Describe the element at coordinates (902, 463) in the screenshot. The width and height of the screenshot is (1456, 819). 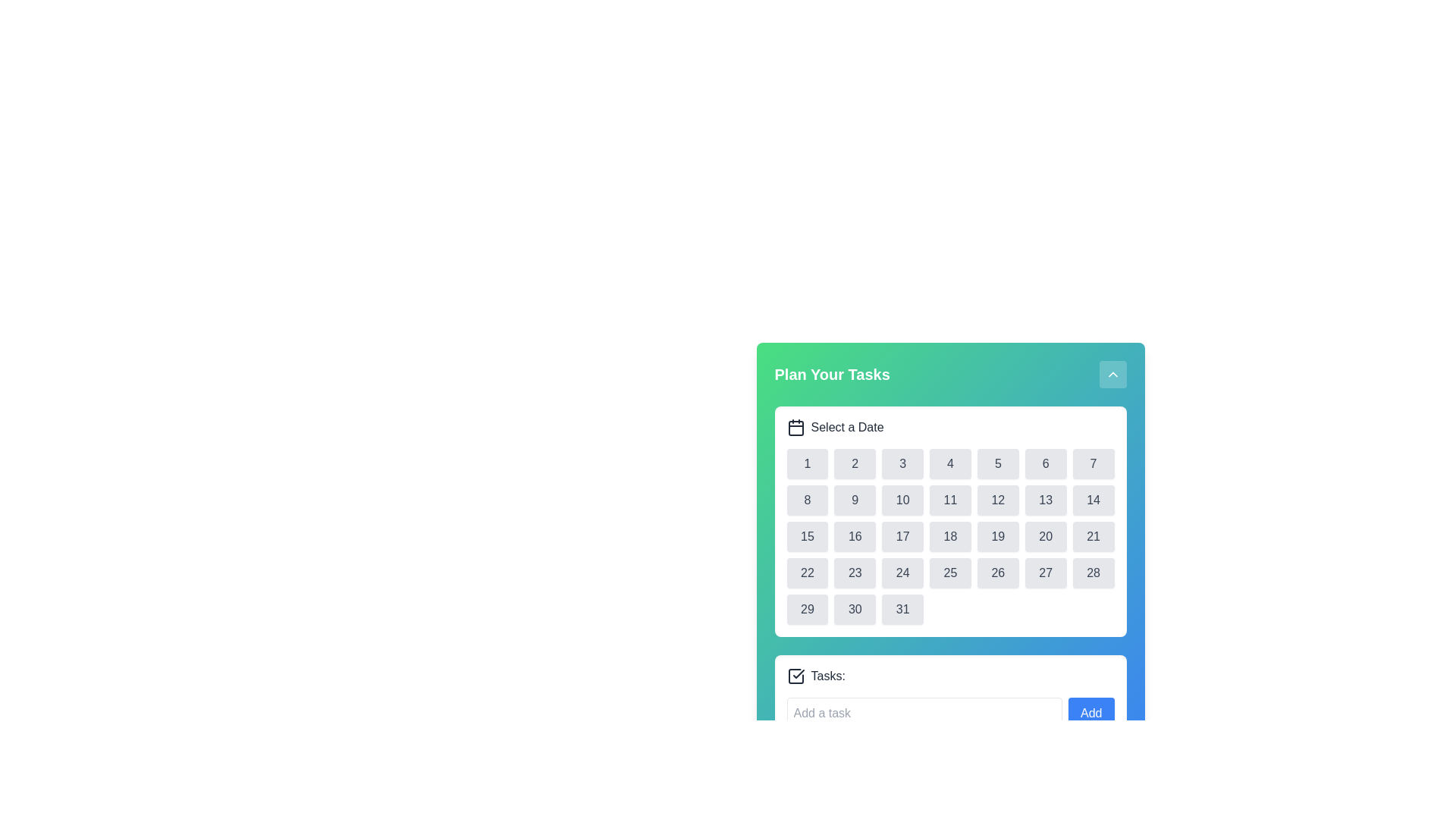
I see `the selectable calendar date button for the 3rd day of the month` at that location.